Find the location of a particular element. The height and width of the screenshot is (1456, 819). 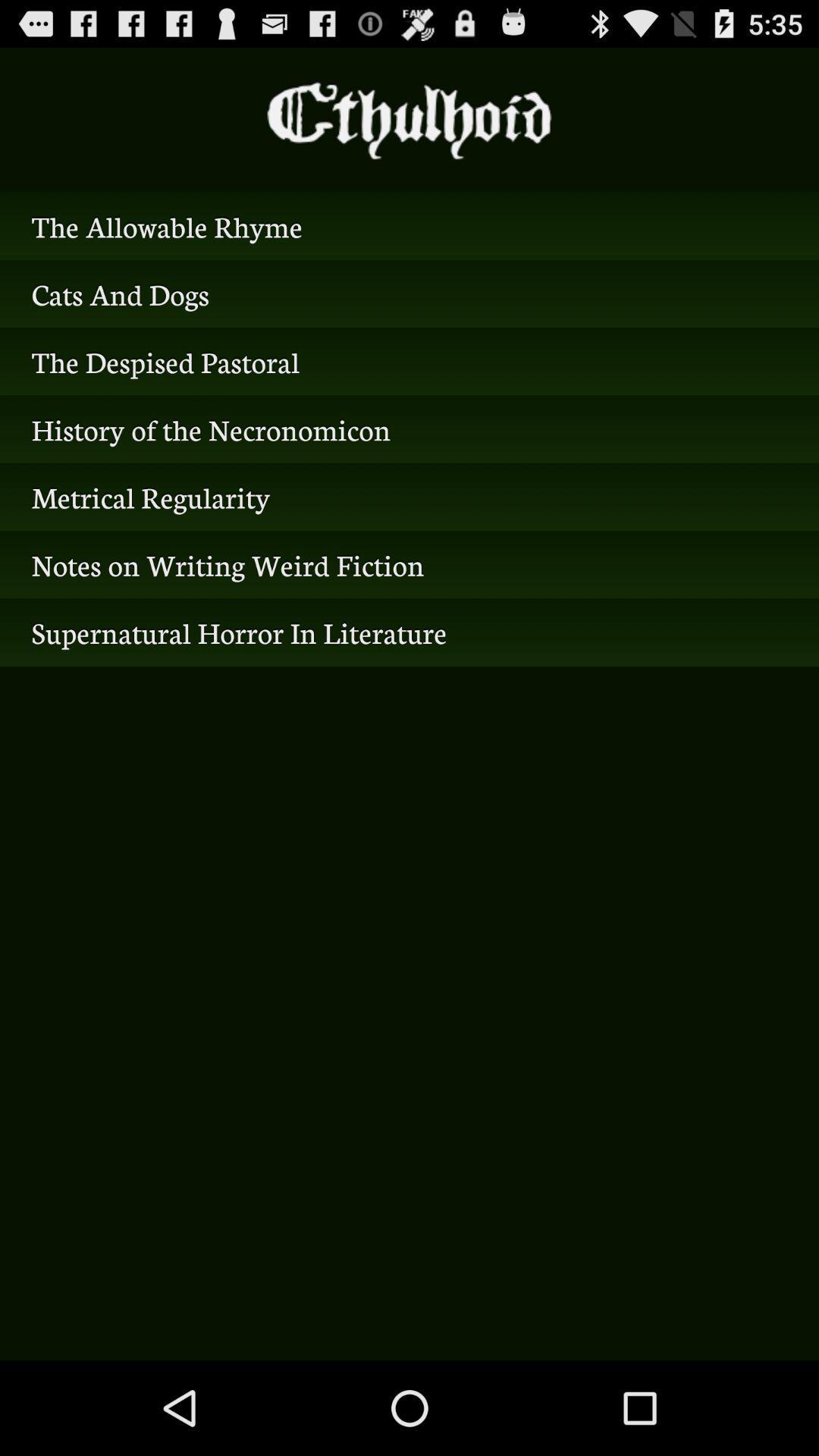

the item below the allowable rhyme item is located at coordinates (409, 293).